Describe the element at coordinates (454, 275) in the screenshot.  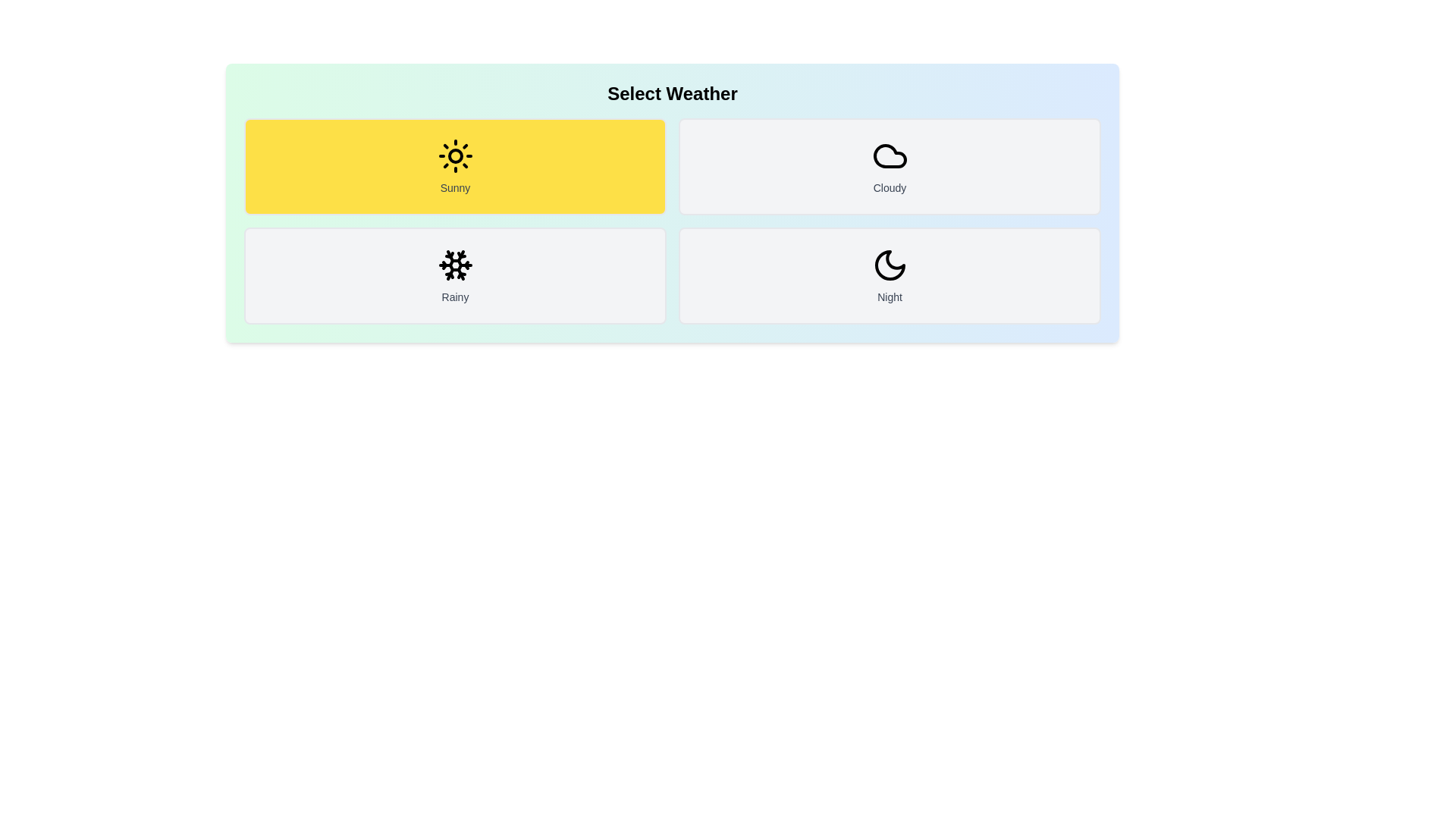
I see `the weather type by clicking on the button corresponding to Rainy` at that location.